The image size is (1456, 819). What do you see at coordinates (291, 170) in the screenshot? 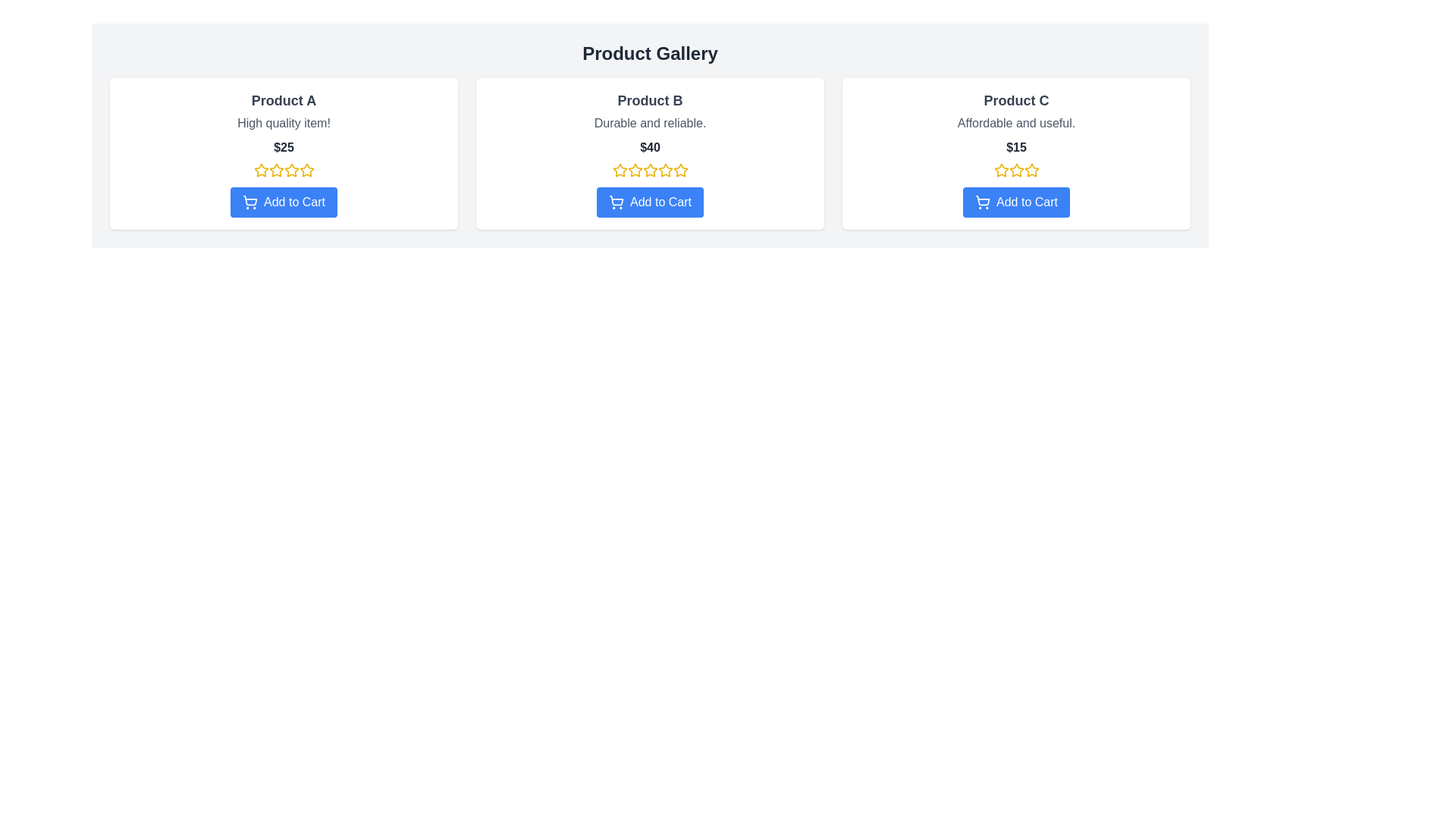
I see `the yellow star icon located below the price and above the 'Add to Cart' button in the 'Product A' card` at bounding box center [291, 170].